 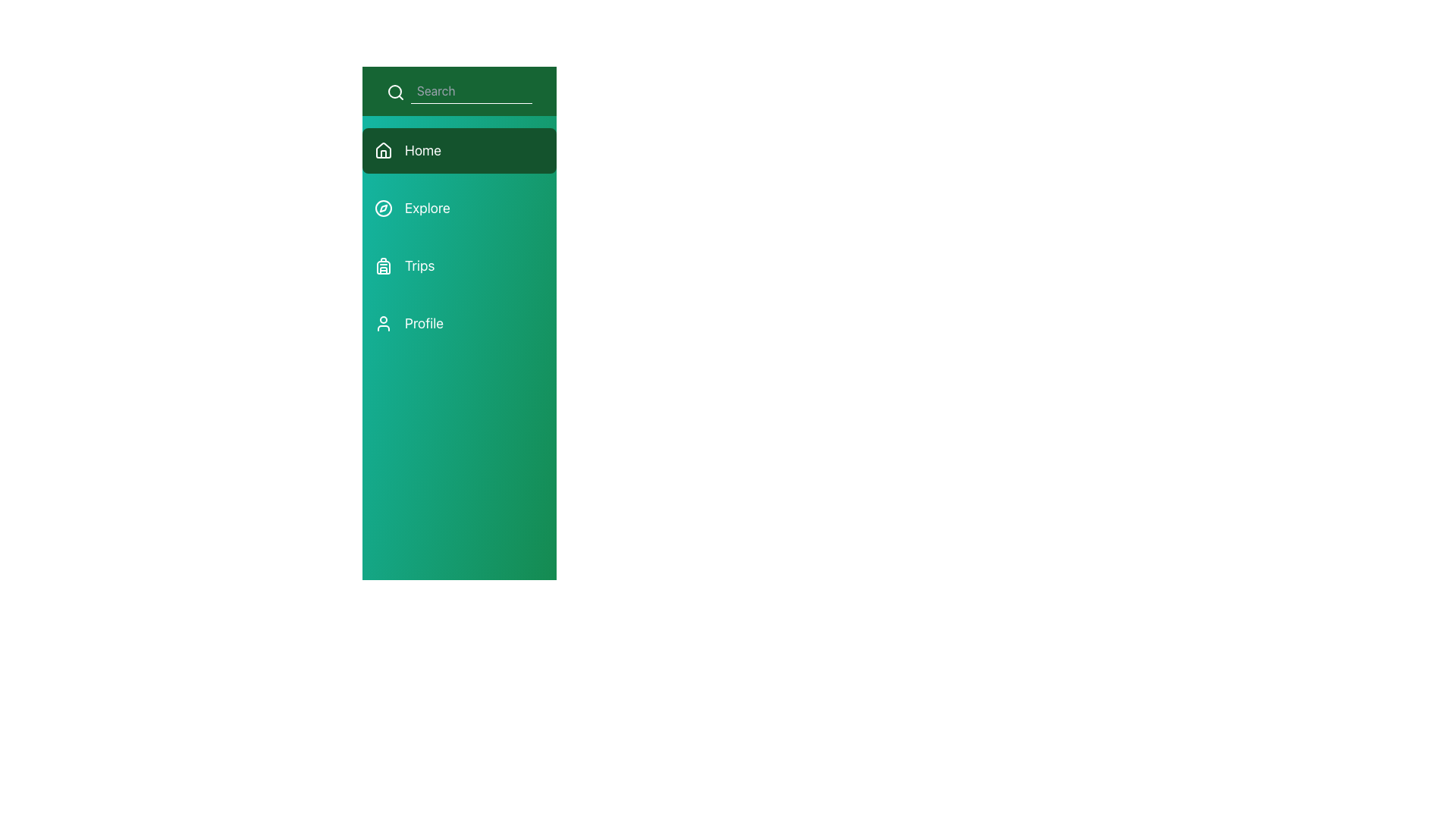 What do you see at coordinates (383, 265) in the screenshot?
I see `the backpack icon in the navigation menu, which is the third item labeled 'Trips' with a green background and a white line drawing` at bounding box center [383, 265].